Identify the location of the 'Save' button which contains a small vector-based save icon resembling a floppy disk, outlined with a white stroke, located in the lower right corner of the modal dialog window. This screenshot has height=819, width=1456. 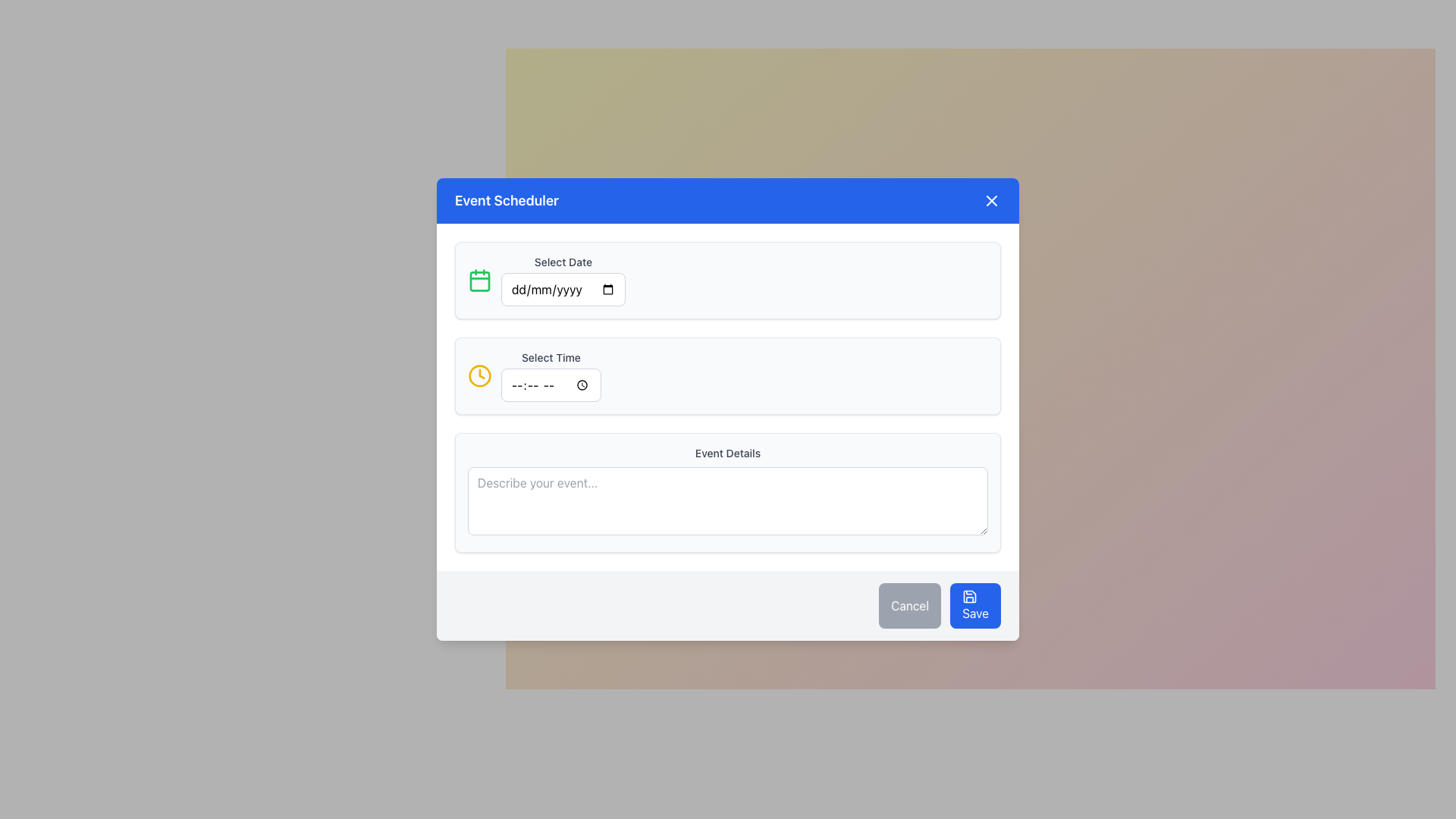
(969, 595).